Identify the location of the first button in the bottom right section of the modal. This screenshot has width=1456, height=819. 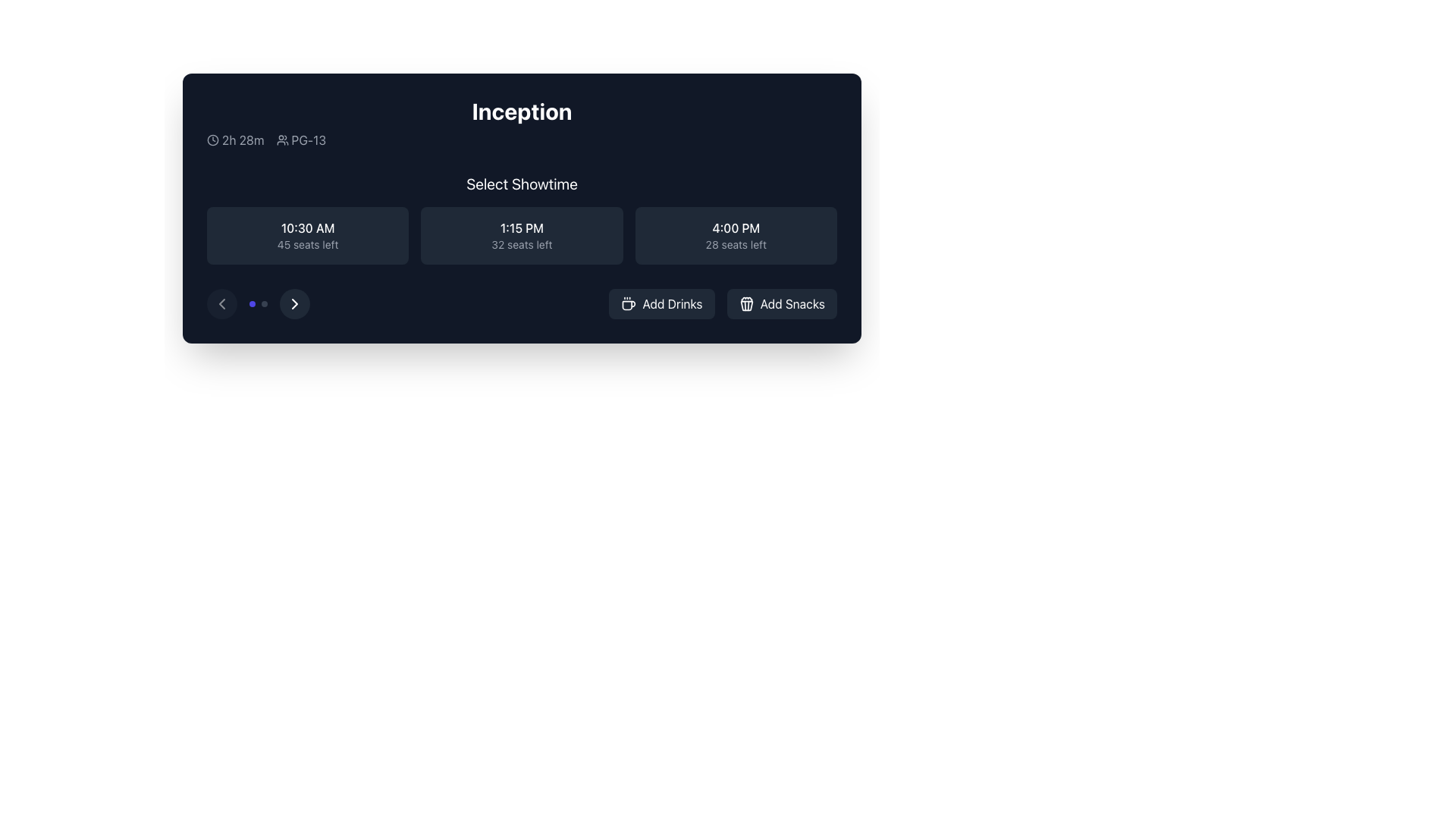
(662, 304).